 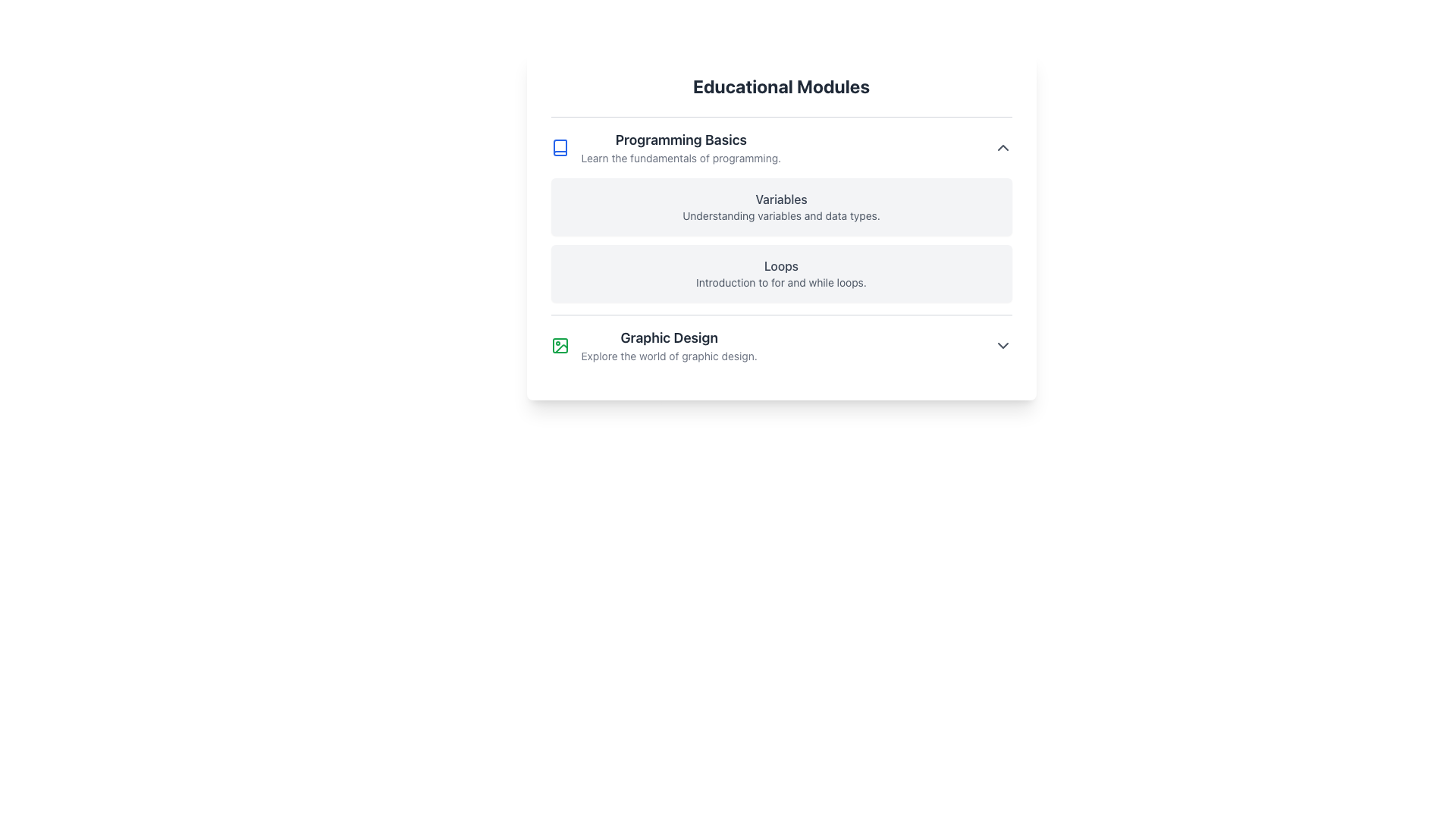 I want to click on the interactive list item titled 'Graphic Design' using keyboard navigation, so click(x=781, y=345).